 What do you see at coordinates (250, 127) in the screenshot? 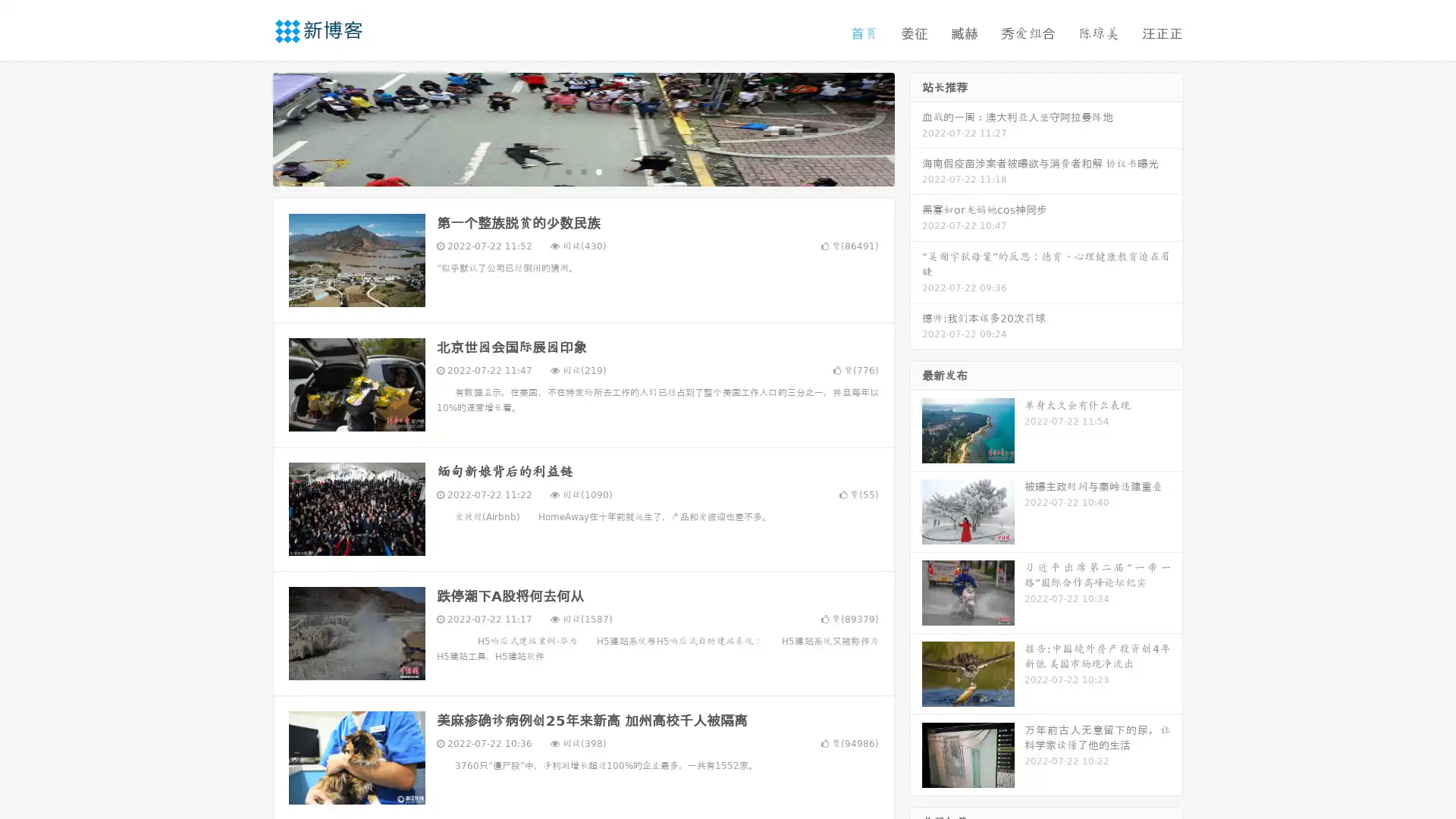
I see `Previous slide` at bounding box center [250, 127].